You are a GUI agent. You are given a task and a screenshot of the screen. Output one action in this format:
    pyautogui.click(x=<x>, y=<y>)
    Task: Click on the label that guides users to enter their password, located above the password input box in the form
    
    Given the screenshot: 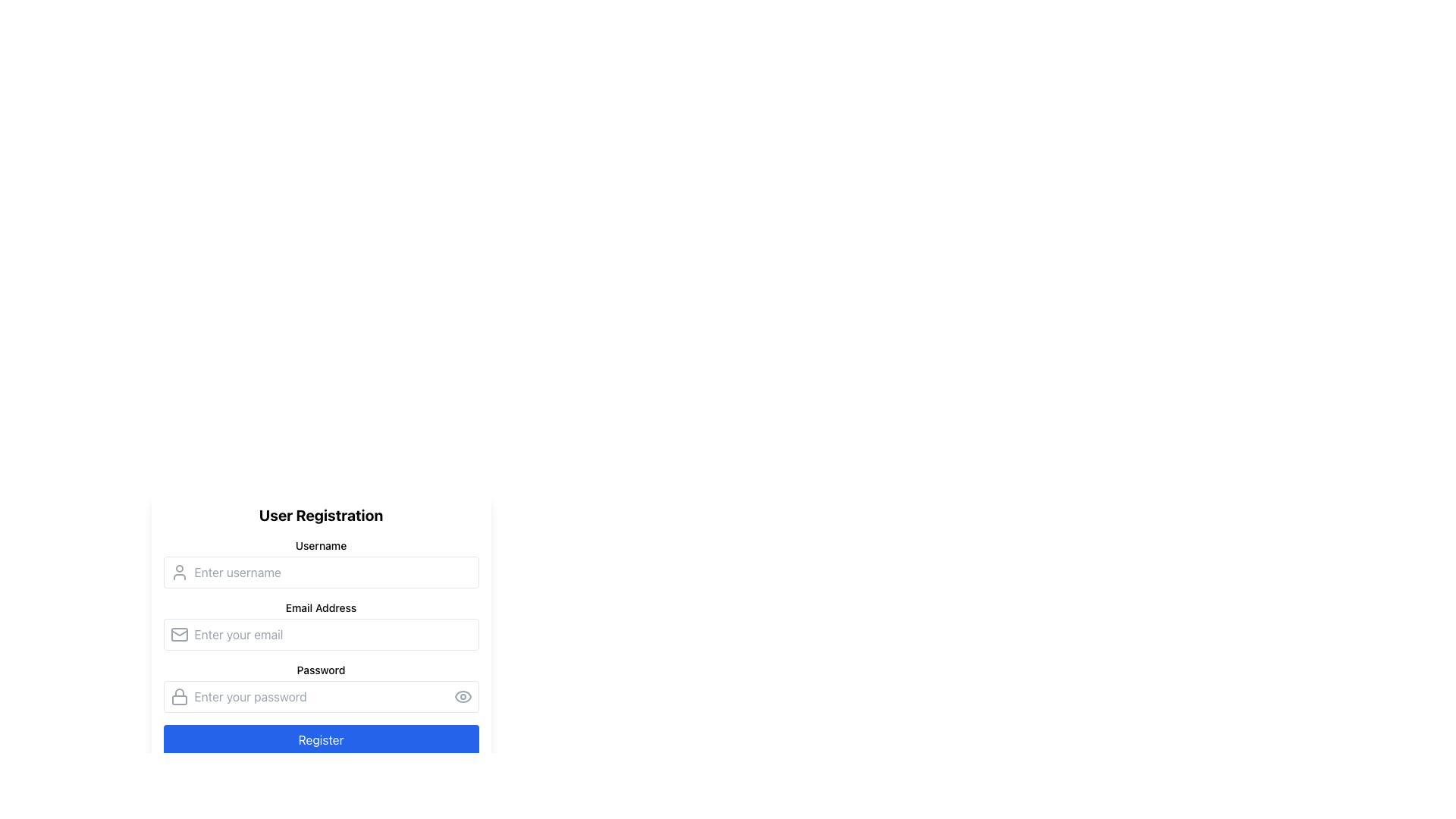 What is the action you would take?
    pyautogui.click(x=320, y=669)
    